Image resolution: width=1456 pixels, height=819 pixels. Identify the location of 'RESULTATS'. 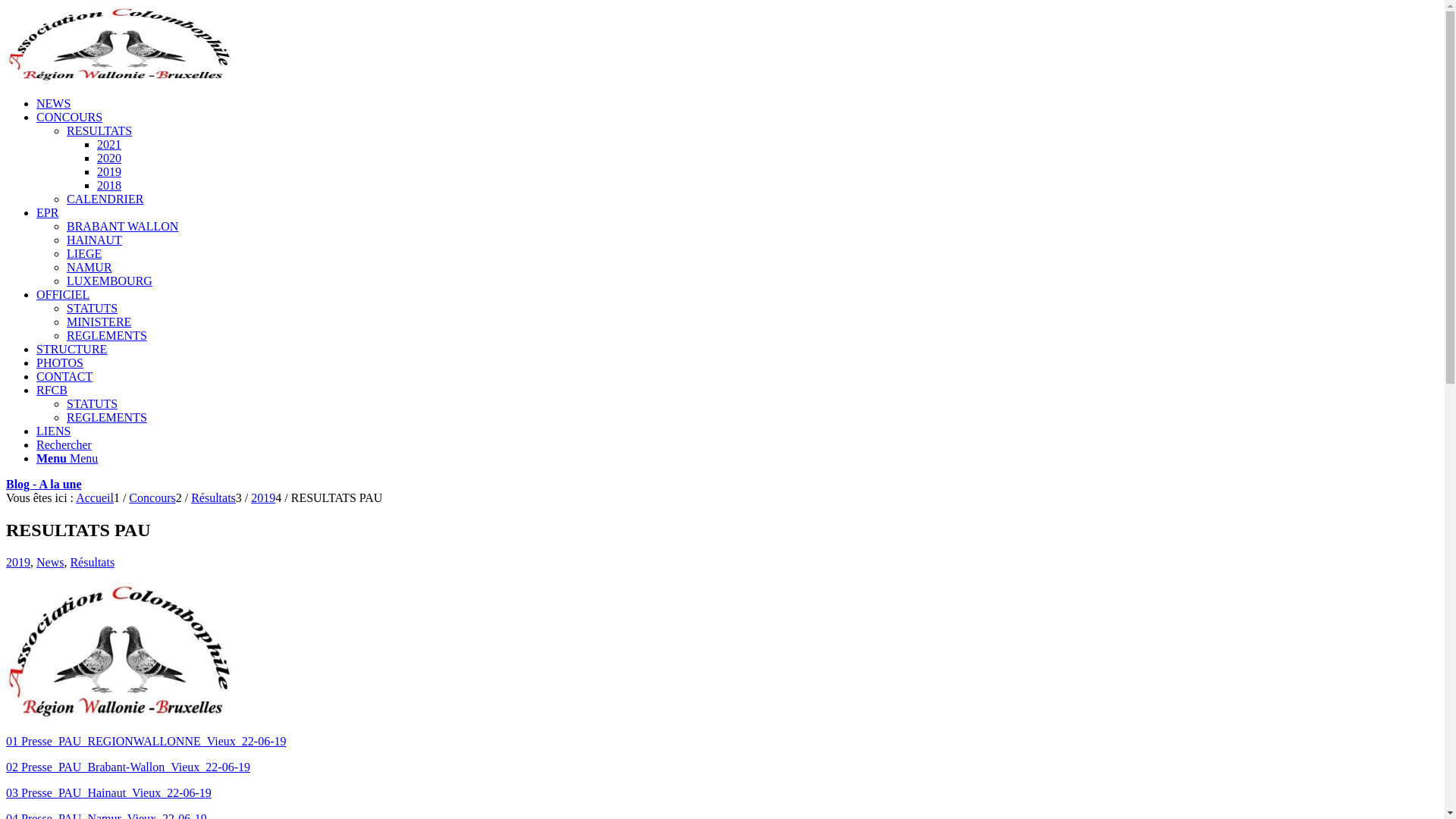
(98, 130).